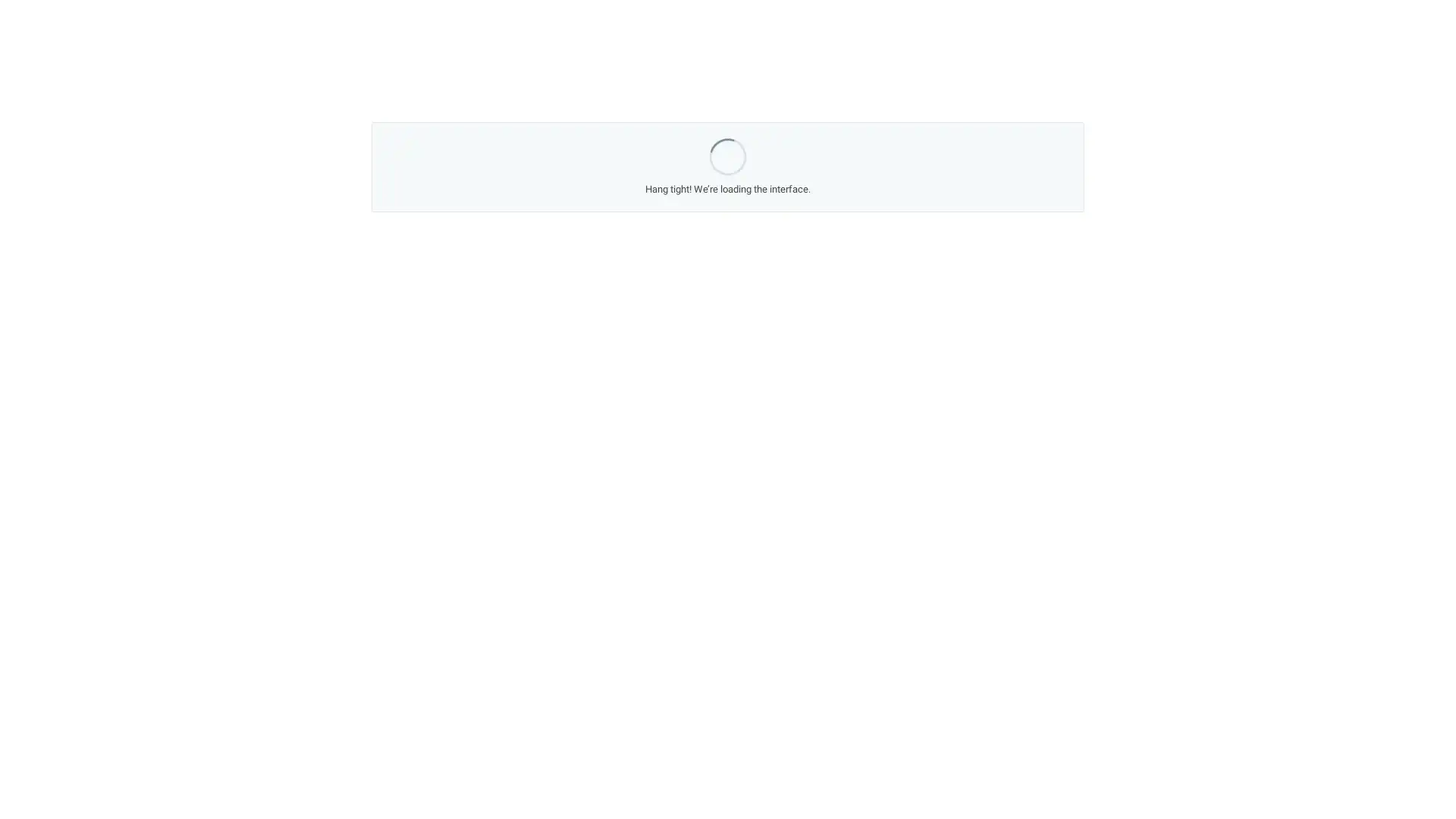 The image size is (1456, 819). Describe the element at coordinates (850, 540) in the screenshot. I see `Next Step: Campaign Setup` at that location.